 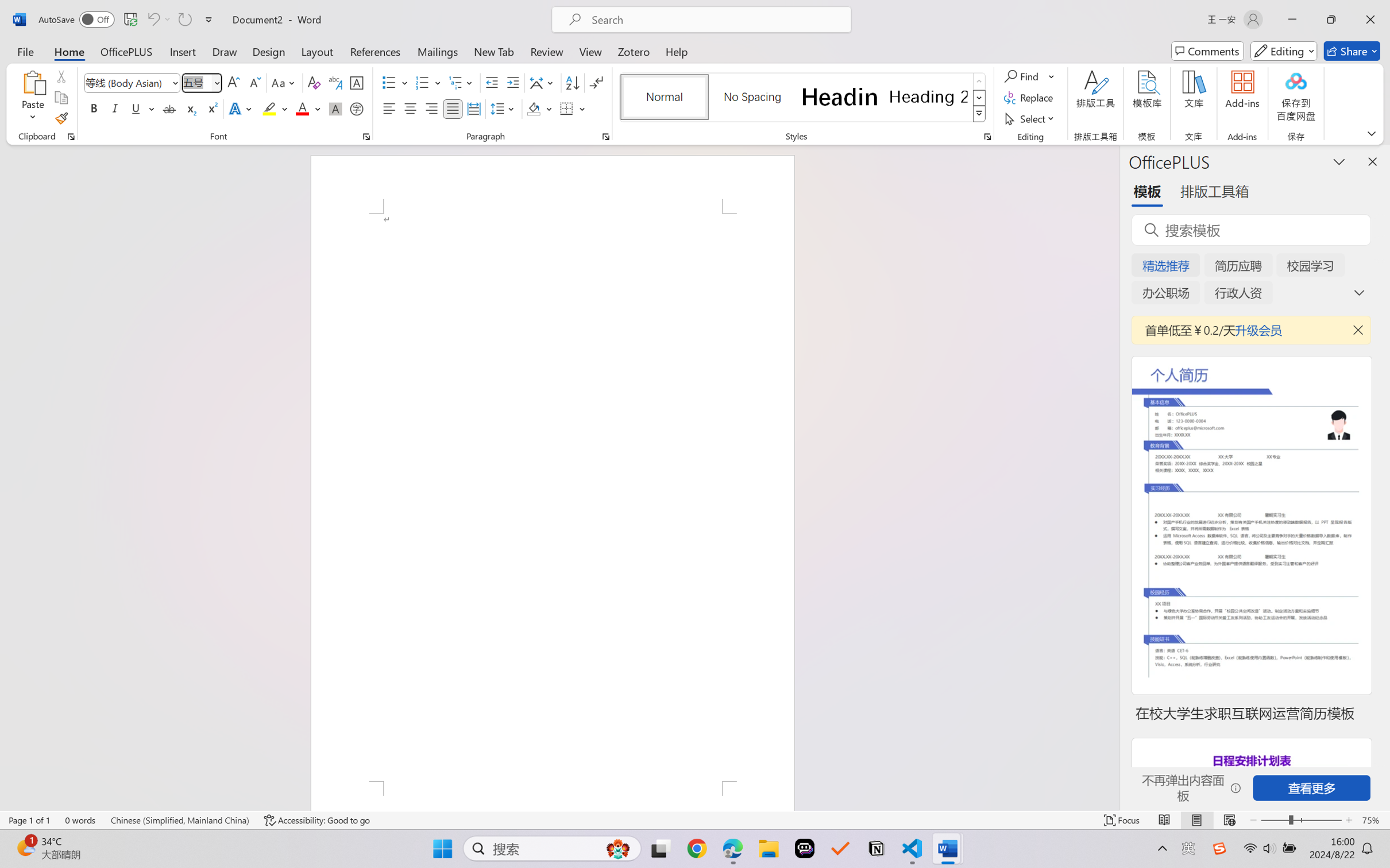 What do you see at coordinates (987, 136) in the screenshot?
I see `'Styles...'` at bounding box center [987, 136].